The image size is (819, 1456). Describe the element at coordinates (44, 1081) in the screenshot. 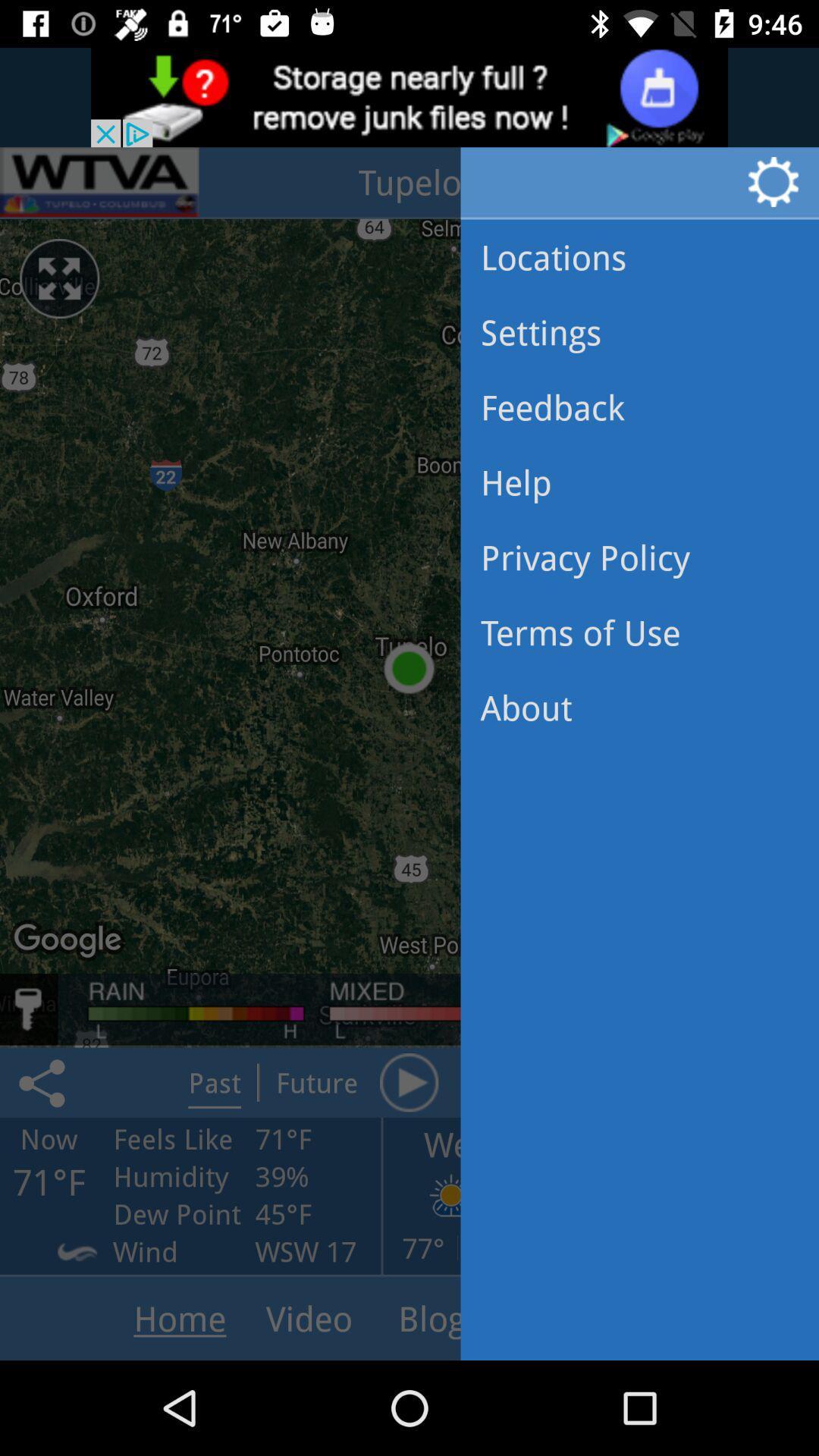

I see `the share icon` at that location.